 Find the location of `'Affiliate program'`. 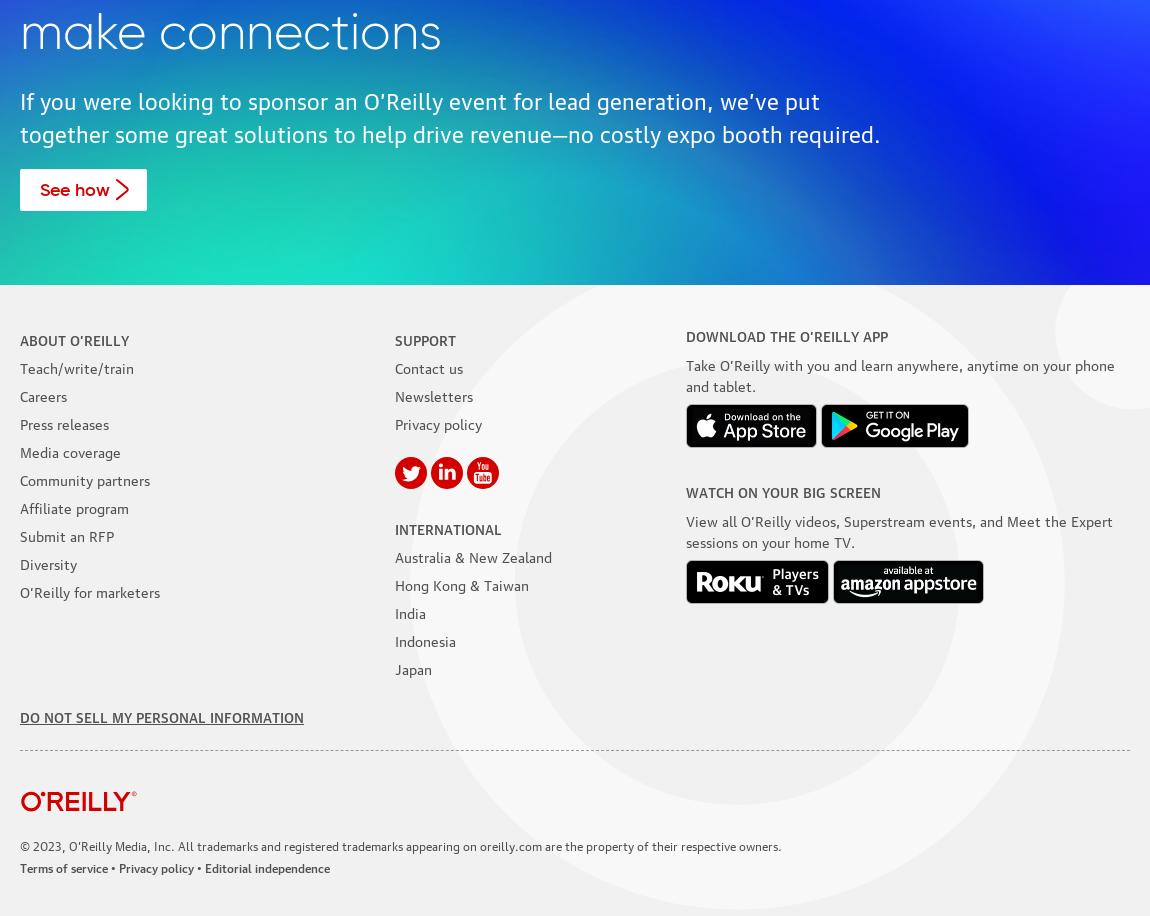

'Affiliate program' is located at coordinates (19, 505).